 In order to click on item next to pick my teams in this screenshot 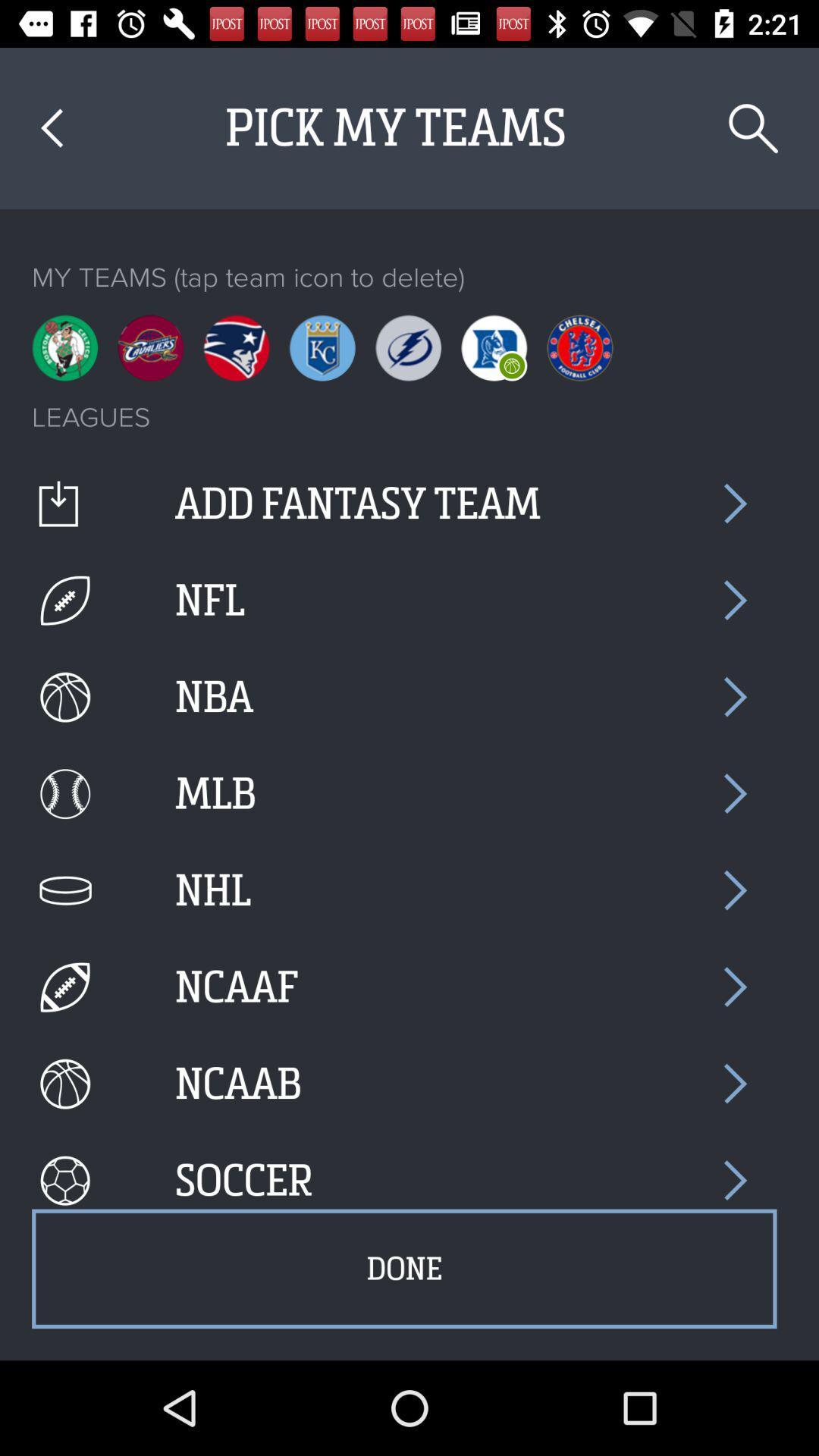, I will do `click(753, 128)`.